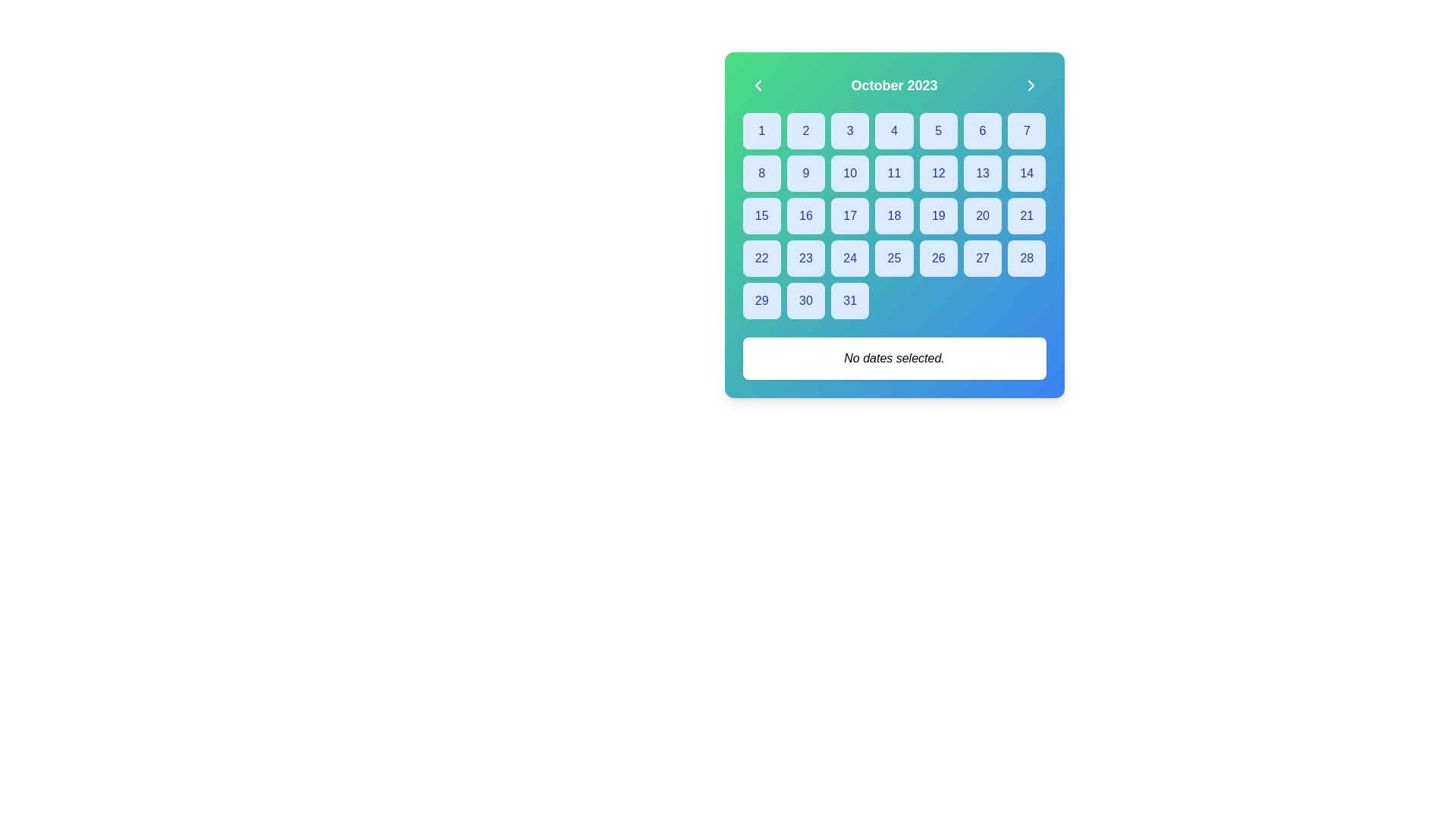  I want to click on the rightmost button in the calendar header, so click(1031, 85).